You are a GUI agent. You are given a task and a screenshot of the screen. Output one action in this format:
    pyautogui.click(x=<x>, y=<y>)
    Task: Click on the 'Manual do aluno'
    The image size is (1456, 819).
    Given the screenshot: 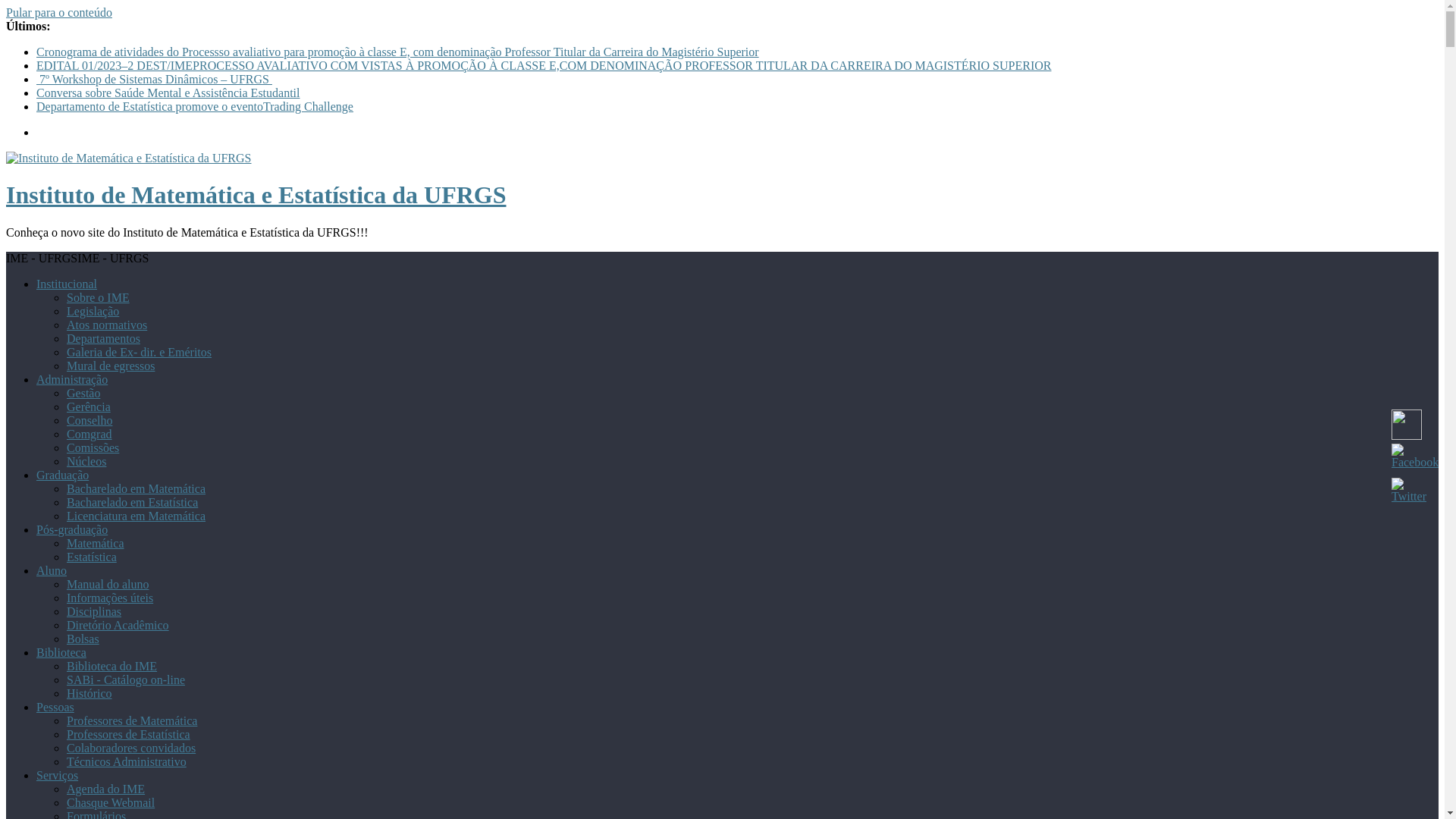 What is the action you would take?
    pyautogui.click(x=107, y=583)
    